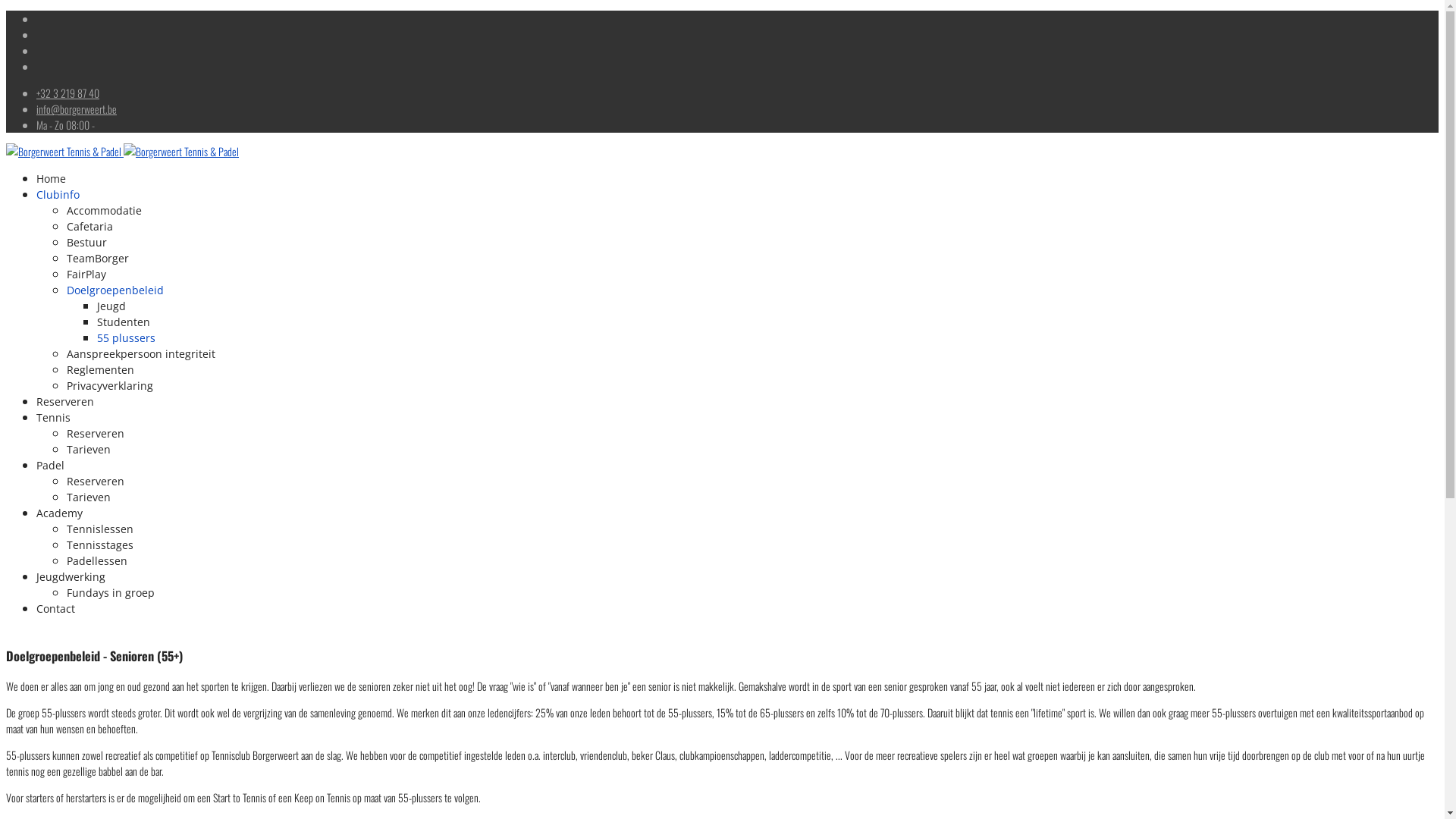 Image resolution: width=1456 pixels, height=819 pixels. I want to click on 'Contact', so click(55, 607).